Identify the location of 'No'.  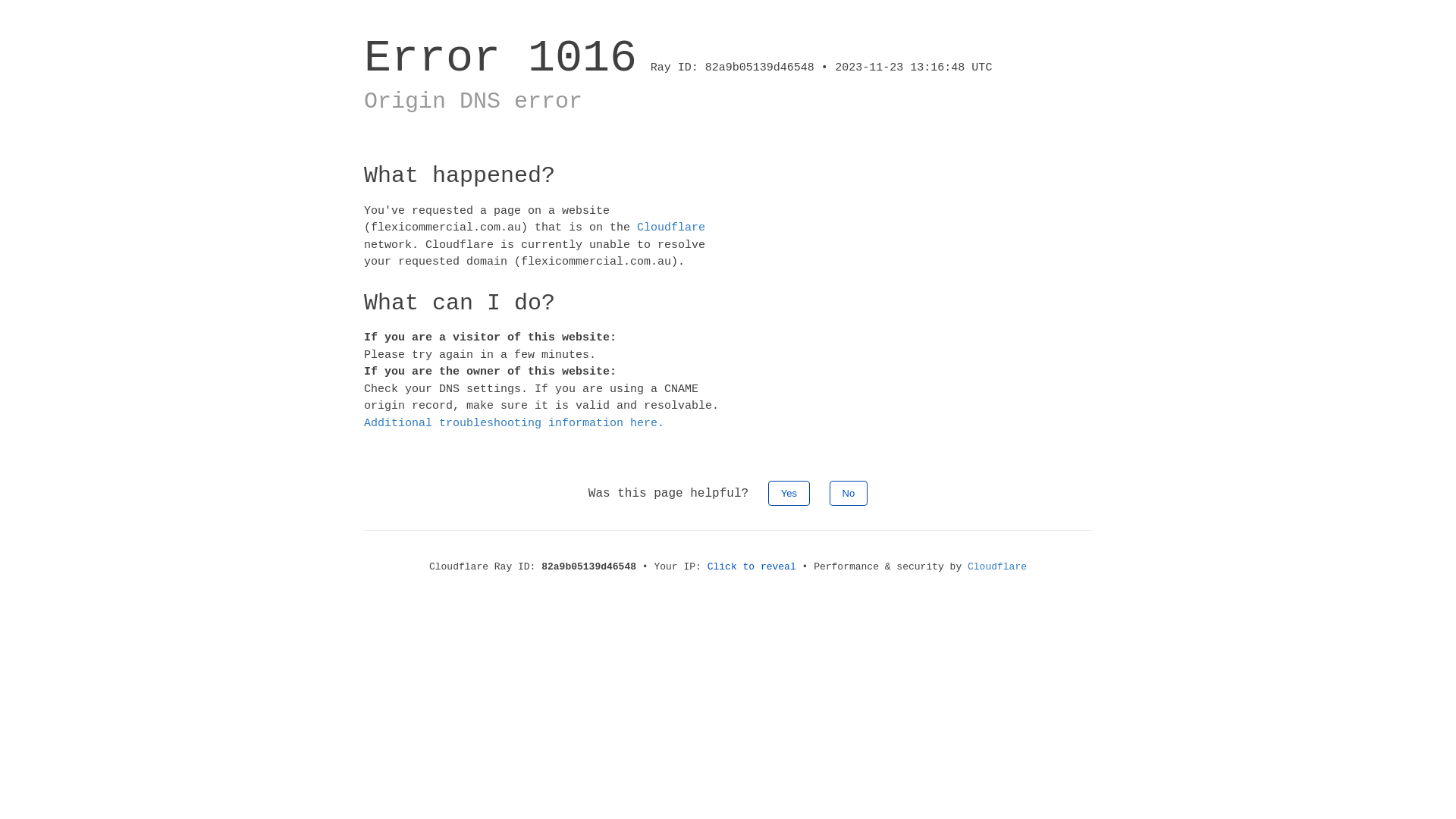
(848, 493).